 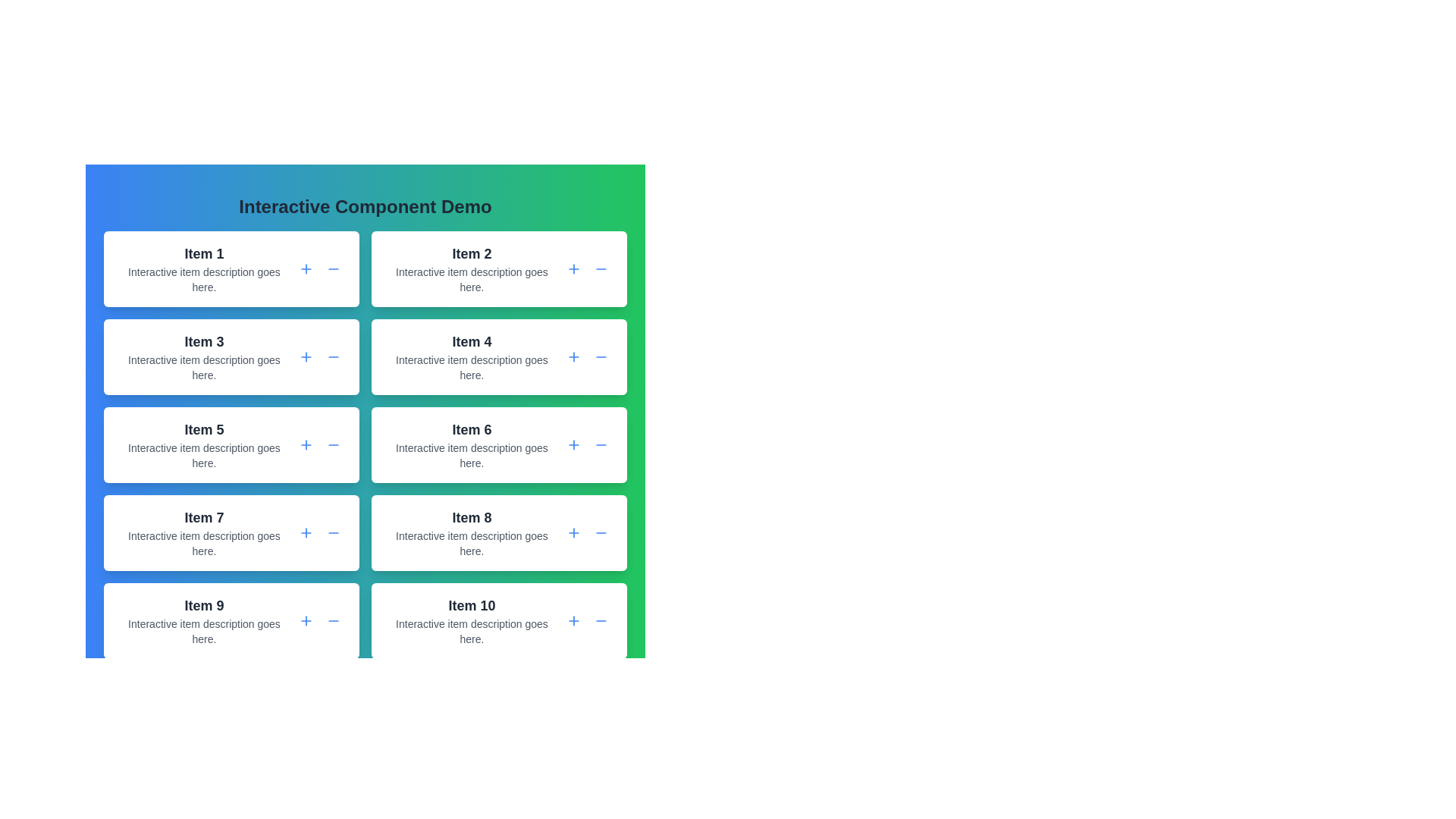 What do you see at coordinates (600, 268) in the screenshot?
I see `the 'minus' button located in the top row of the second column of the grid layout, positioned to the right of the 'Item 2' card, to decrease a value` at bounding box center [600, 268].